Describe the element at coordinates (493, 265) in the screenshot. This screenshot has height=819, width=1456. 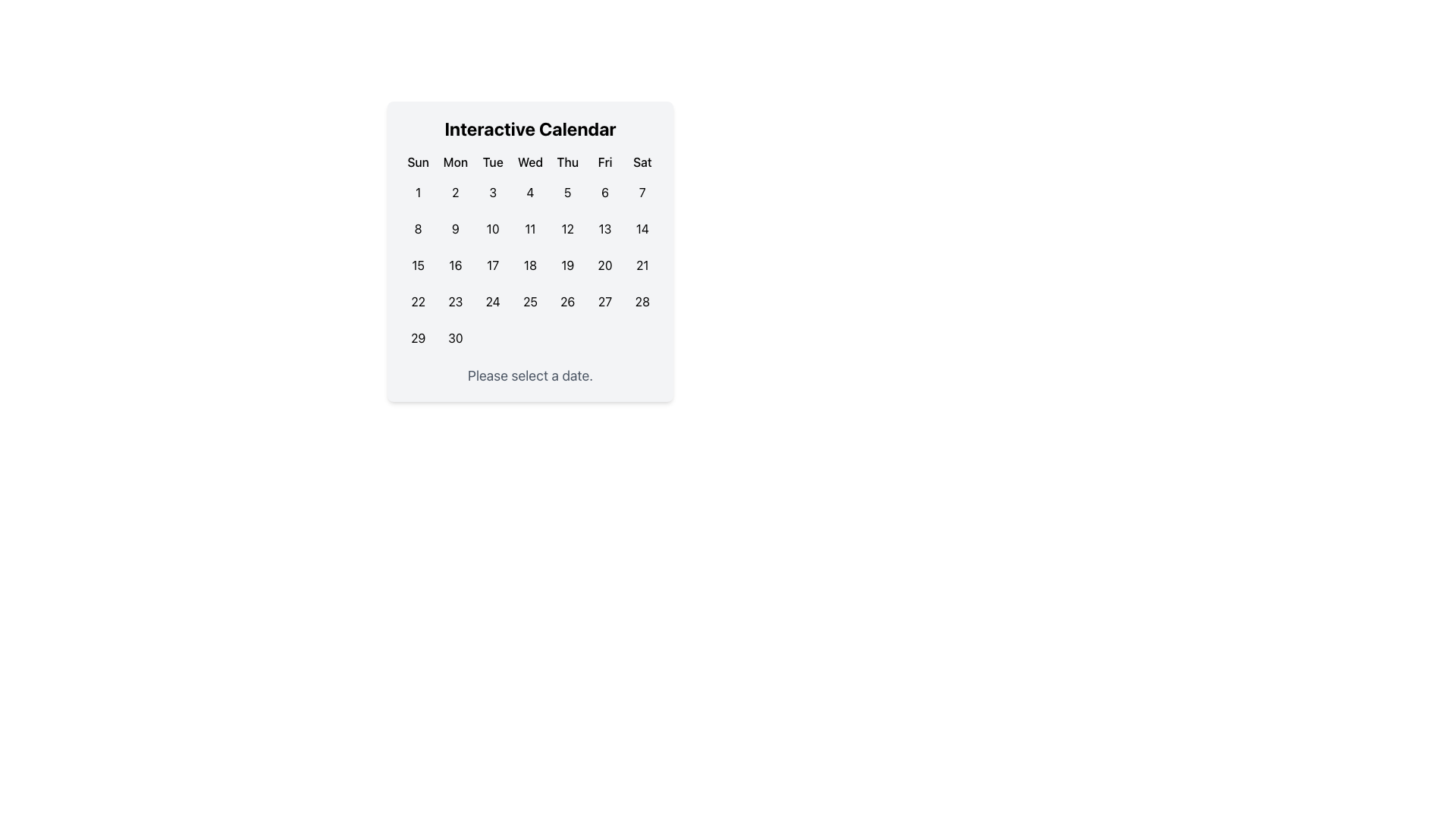
I see `the calendar cell displaying '17', located in the third row and third column of the calendar grid` at that location.